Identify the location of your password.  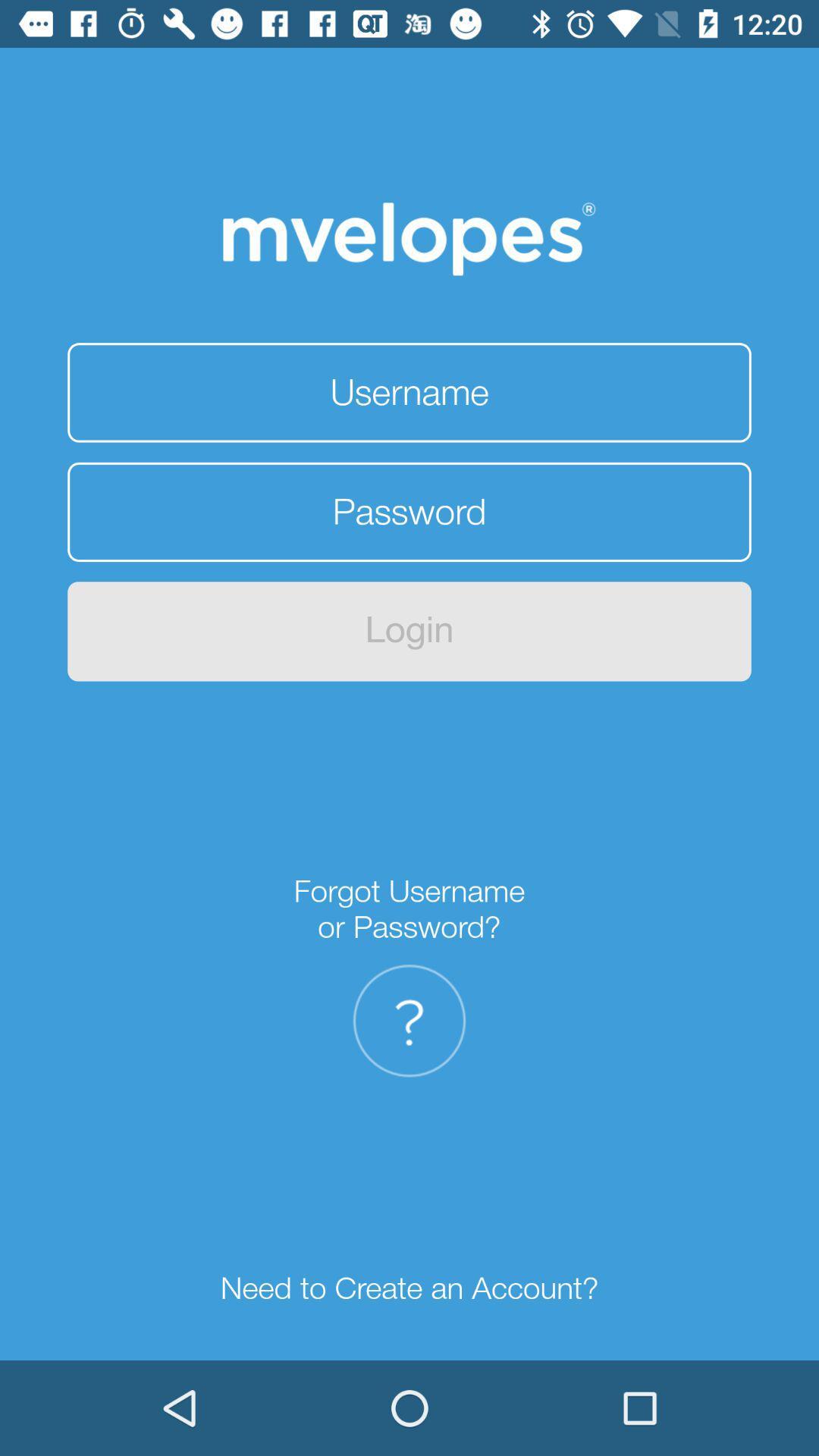
(409, 512).